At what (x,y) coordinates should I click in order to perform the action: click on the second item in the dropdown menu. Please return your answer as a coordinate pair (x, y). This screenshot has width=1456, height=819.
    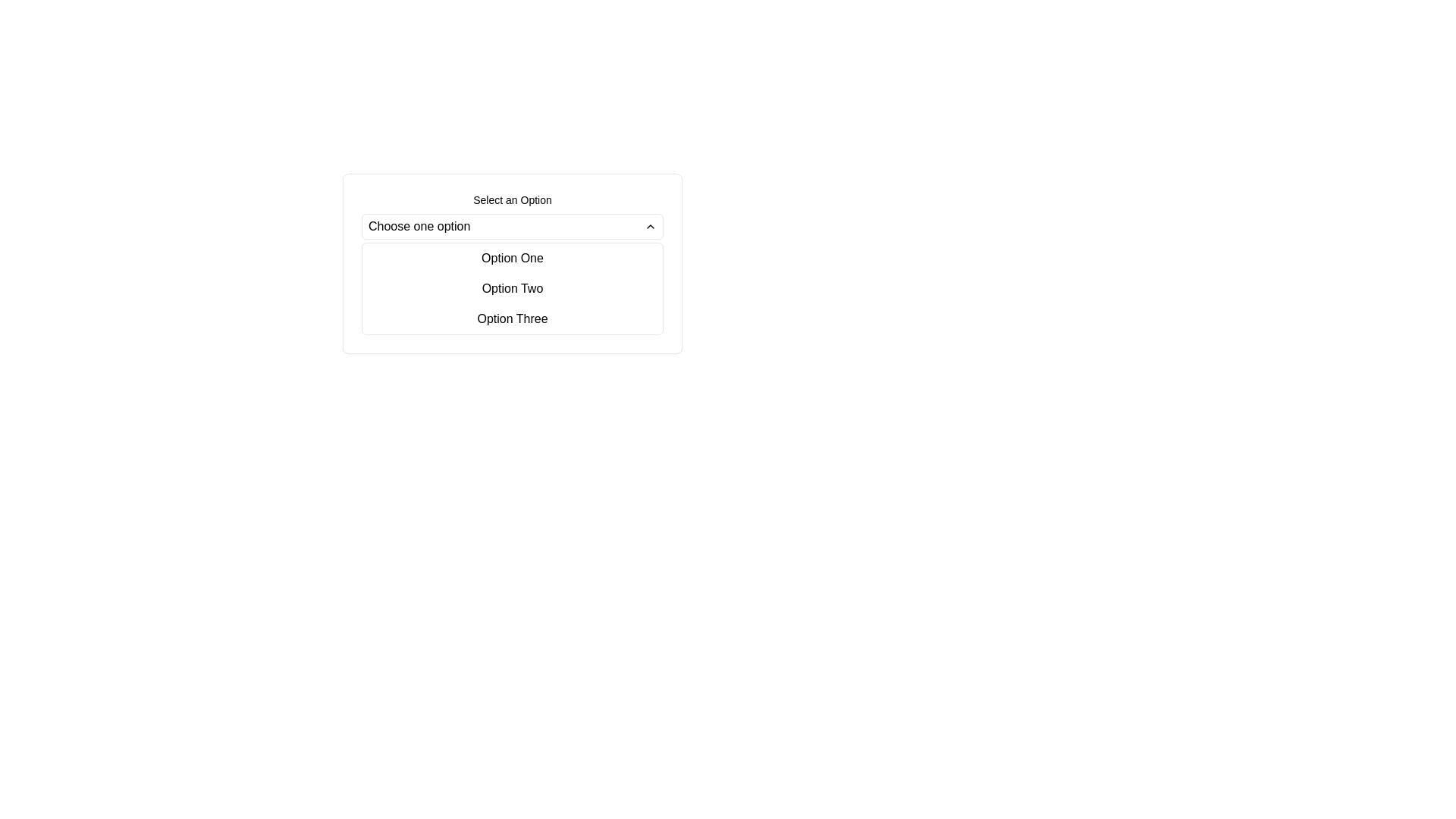
    Looking at the image, I should click on (513, 289).